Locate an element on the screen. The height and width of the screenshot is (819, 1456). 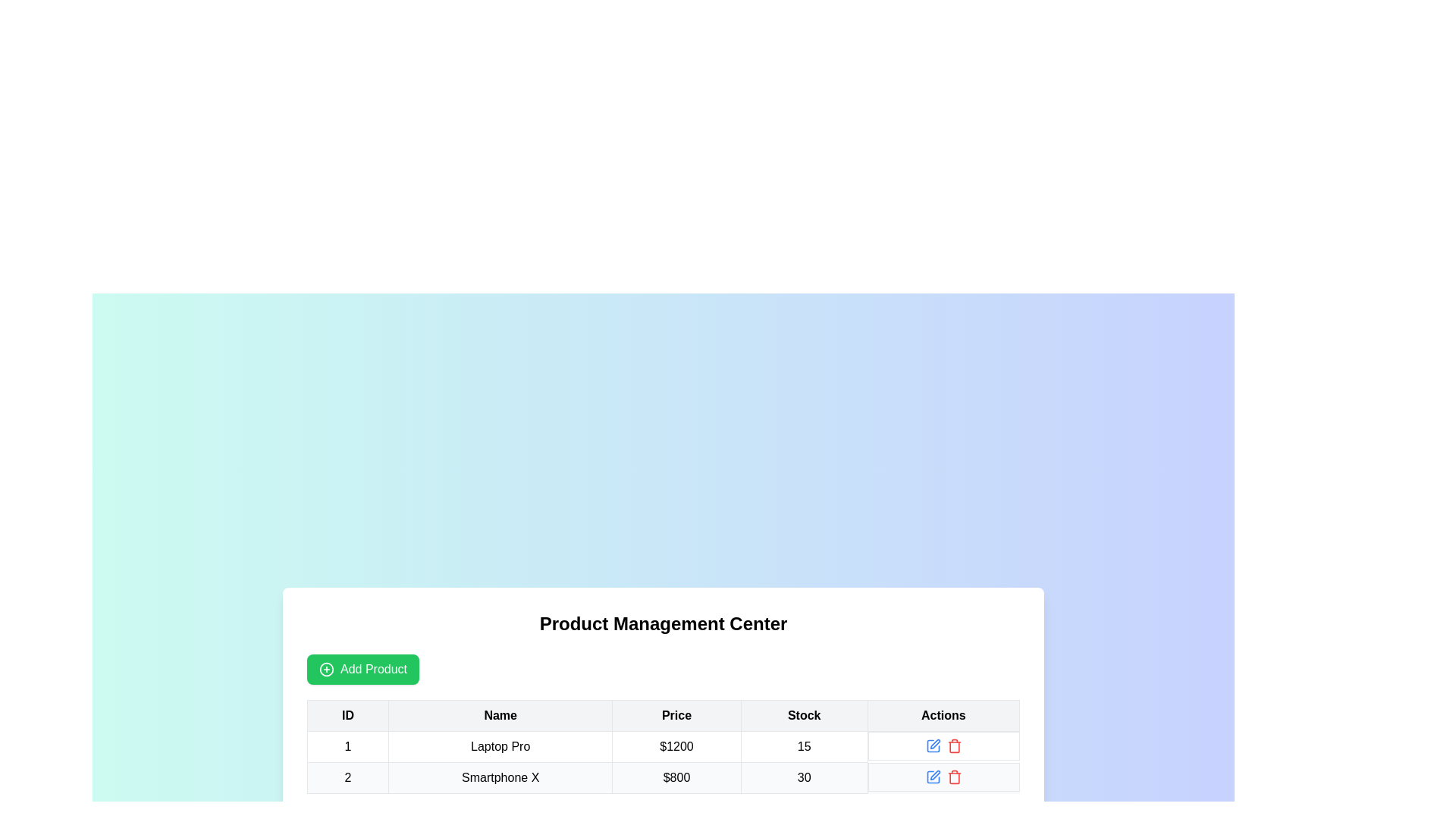
text content of the 'Price' column header, which is the third header in the table header row, styled with a light background and bold black font is located at coordinates (676, 716).